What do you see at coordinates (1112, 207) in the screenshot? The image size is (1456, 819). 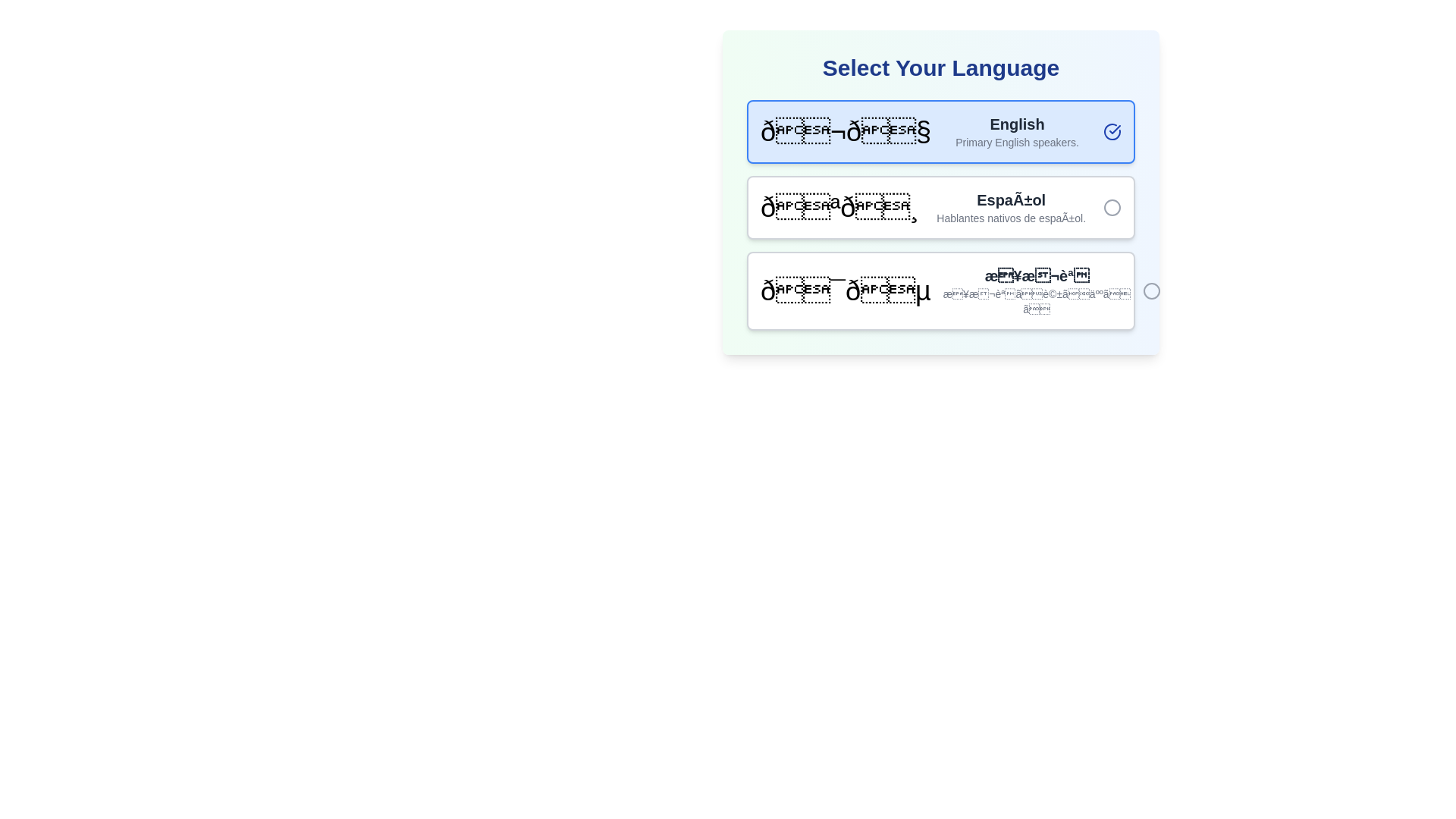 I see `the circular outline icon at the far right end of the second row in the 'Select Your Language' menu` at bounding box center [1112, 207].